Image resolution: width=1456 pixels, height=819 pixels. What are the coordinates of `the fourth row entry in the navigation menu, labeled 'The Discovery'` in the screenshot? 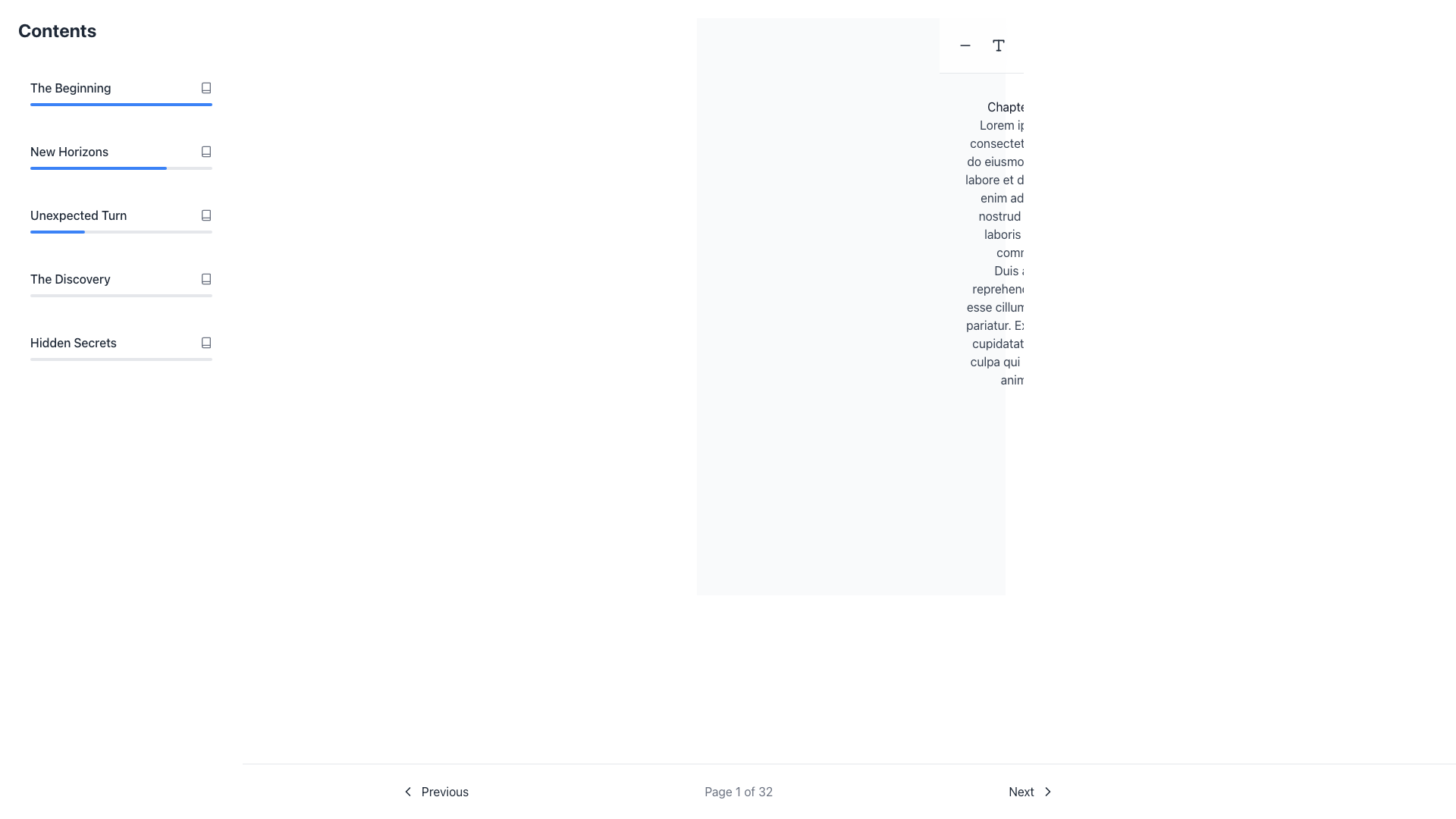 It's located at (120, 278).